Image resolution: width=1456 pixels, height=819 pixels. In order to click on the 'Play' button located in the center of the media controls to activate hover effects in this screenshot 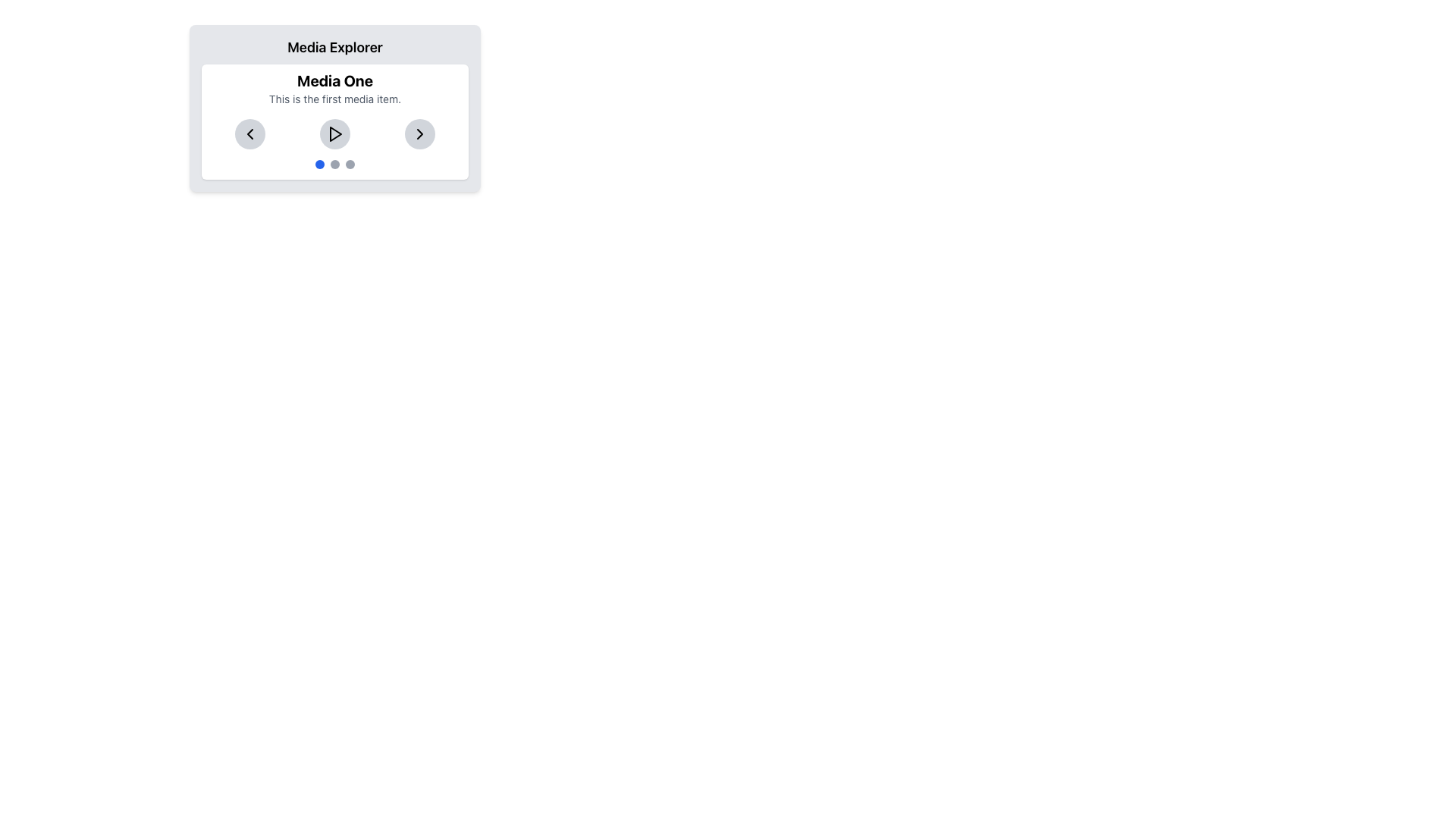, I will do `click(334, 133)`.